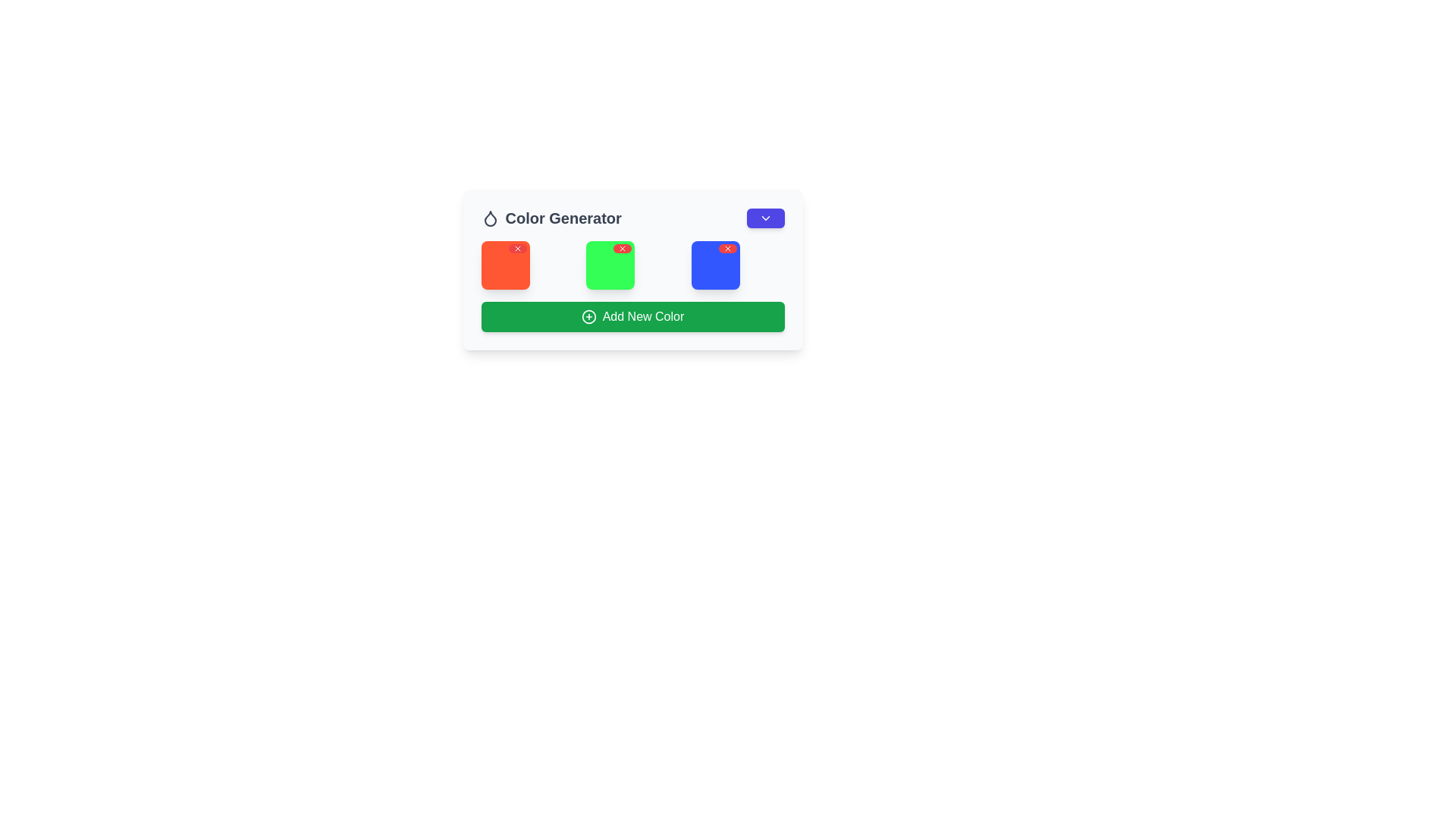 This screenshot has height=819, width=1456. I want to click on the center of the second selectable tile in a grid layout, so click(610, 265).